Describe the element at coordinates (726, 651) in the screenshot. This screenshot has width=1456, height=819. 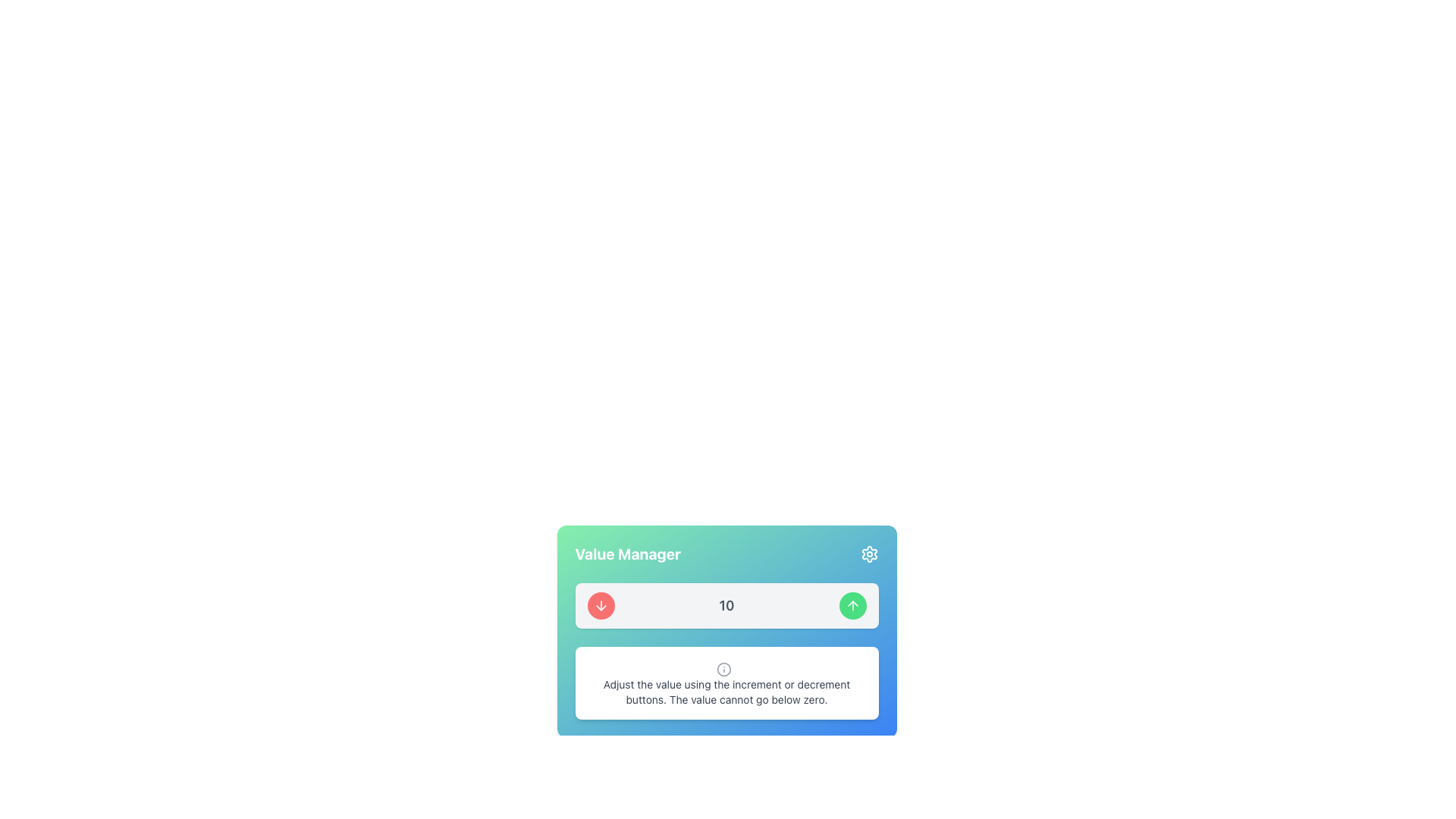
I see `the text block with an information icon that provides instructions on adjusting values, located at the bottom of the 'Value Manager' card` at that location.